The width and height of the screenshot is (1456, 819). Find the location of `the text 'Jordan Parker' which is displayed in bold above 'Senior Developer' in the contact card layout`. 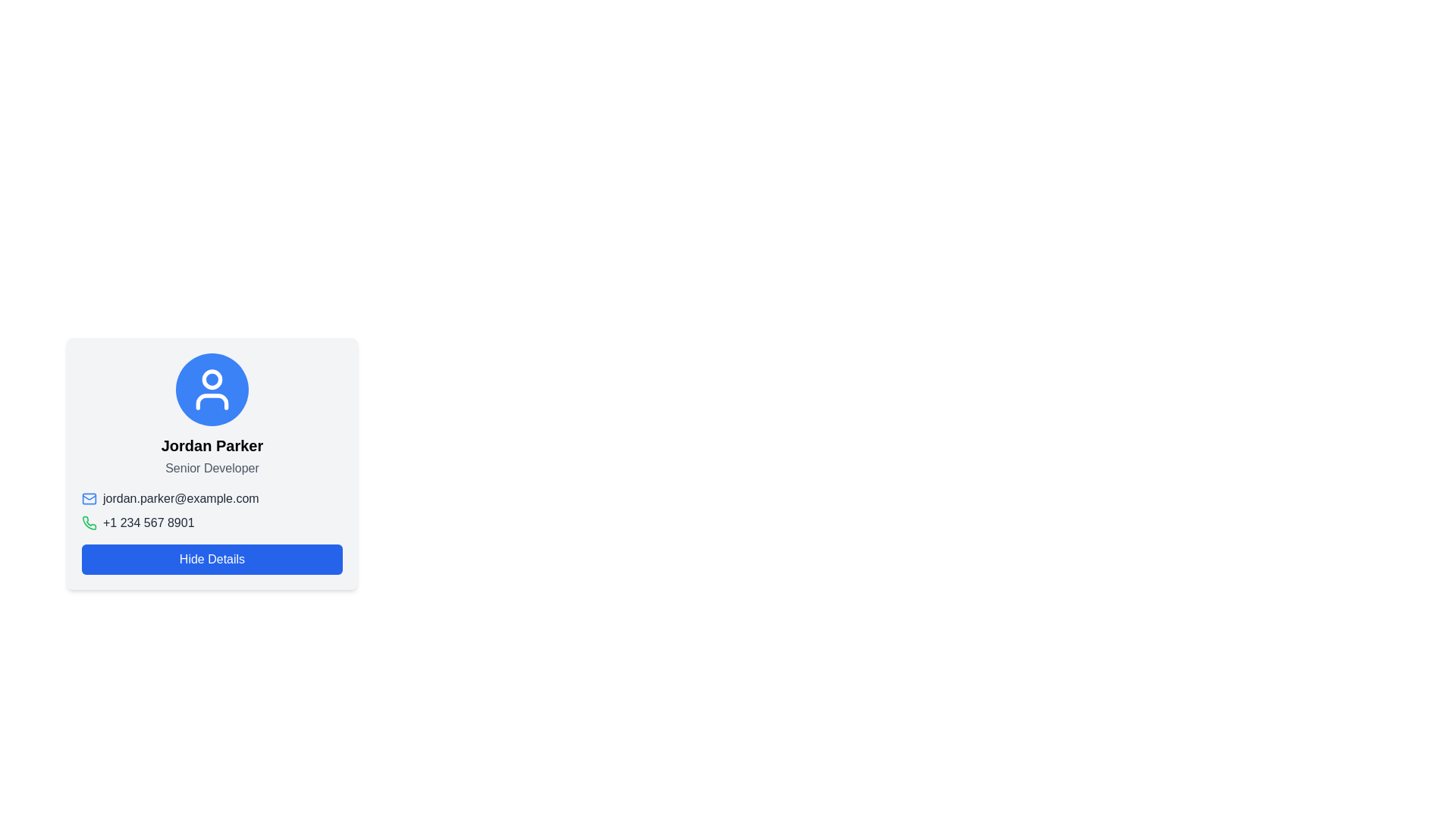

the text 'Jordan Parker' which is displayed in bold above 'Senior Developer' in the contact card layout is located at coordinates (211, 444).